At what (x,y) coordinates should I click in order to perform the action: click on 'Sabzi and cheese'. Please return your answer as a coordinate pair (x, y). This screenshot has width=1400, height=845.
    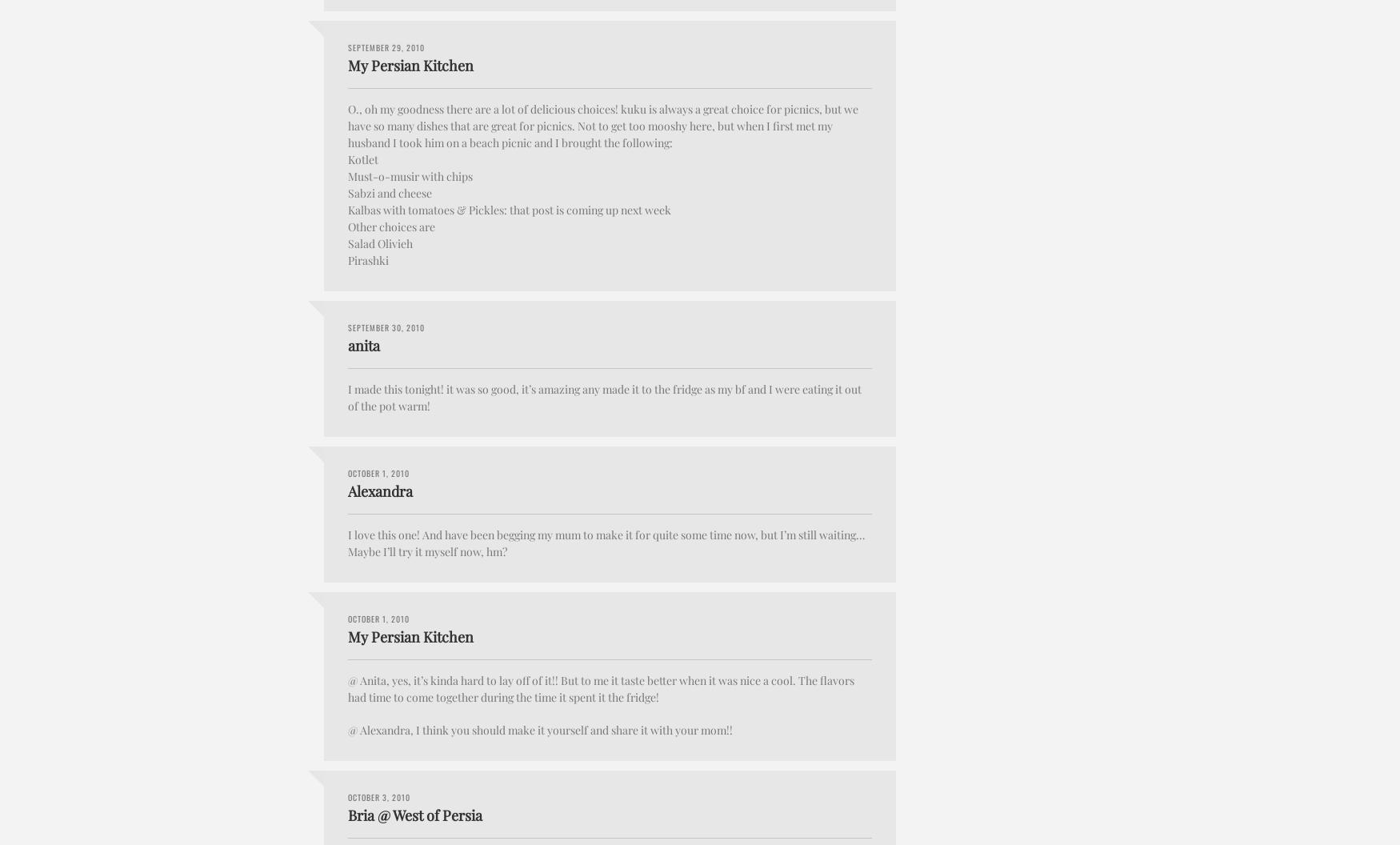
    Looking at the image, I should click on (390, 191).